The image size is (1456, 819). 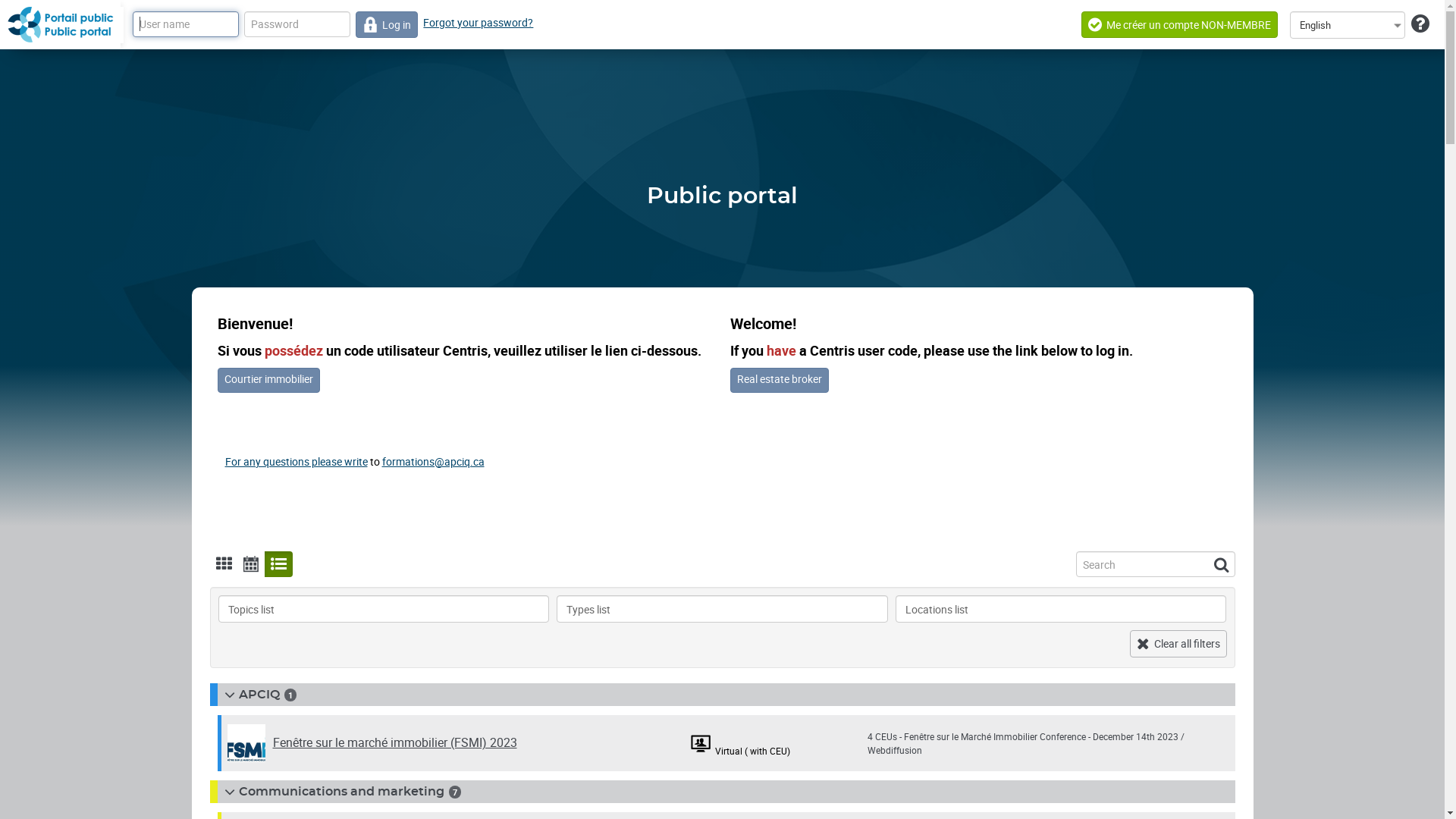 What do you see at coordinates (779, 379) in the screenshot?
I see `'Real estate broker'` at bounding box center [779, 379].